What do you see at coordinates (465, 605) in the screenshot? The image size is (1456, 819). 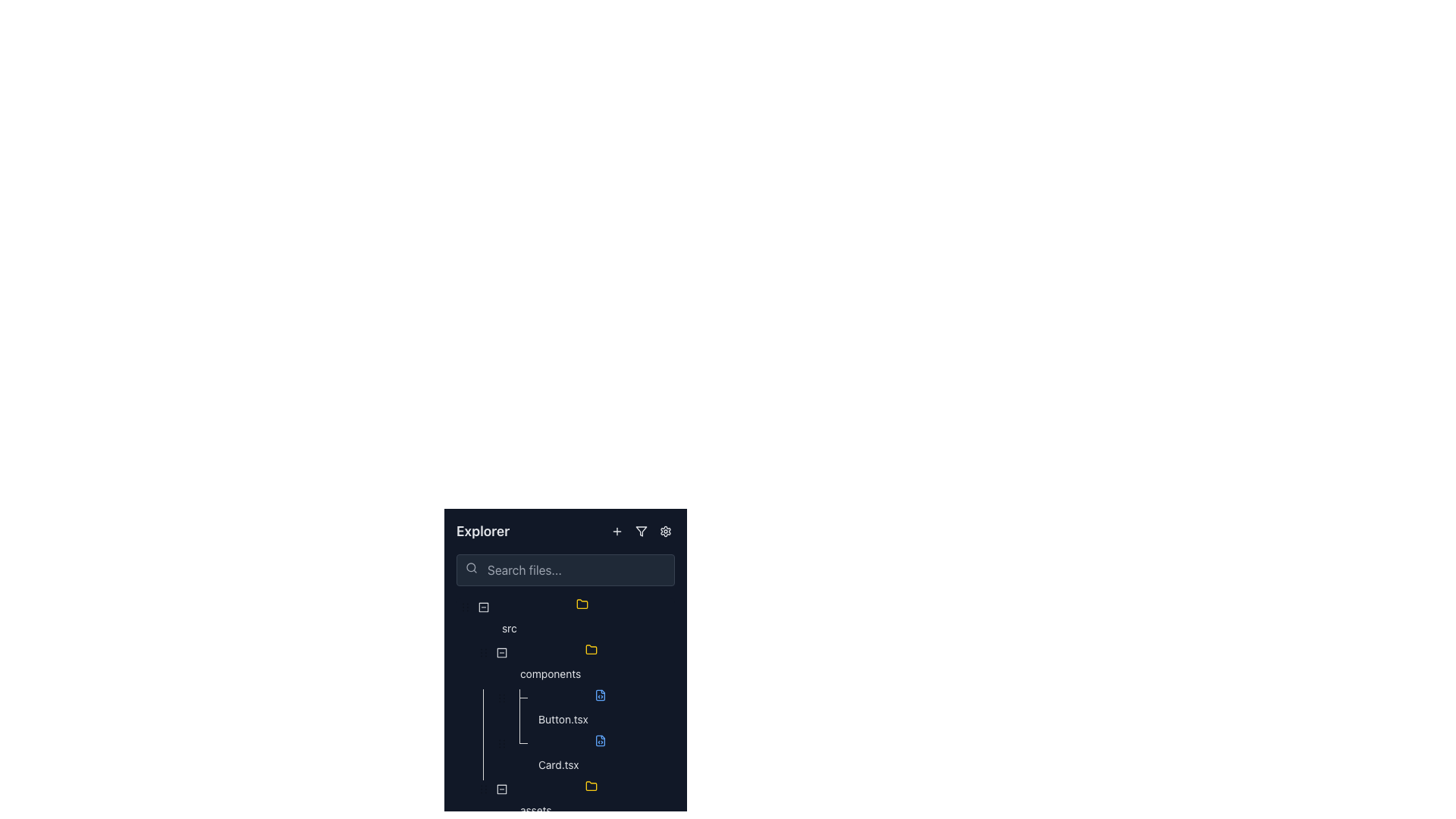 I see `the draggable handle next to the 'src' folder in the file tree` at bounding box center [465, 605].